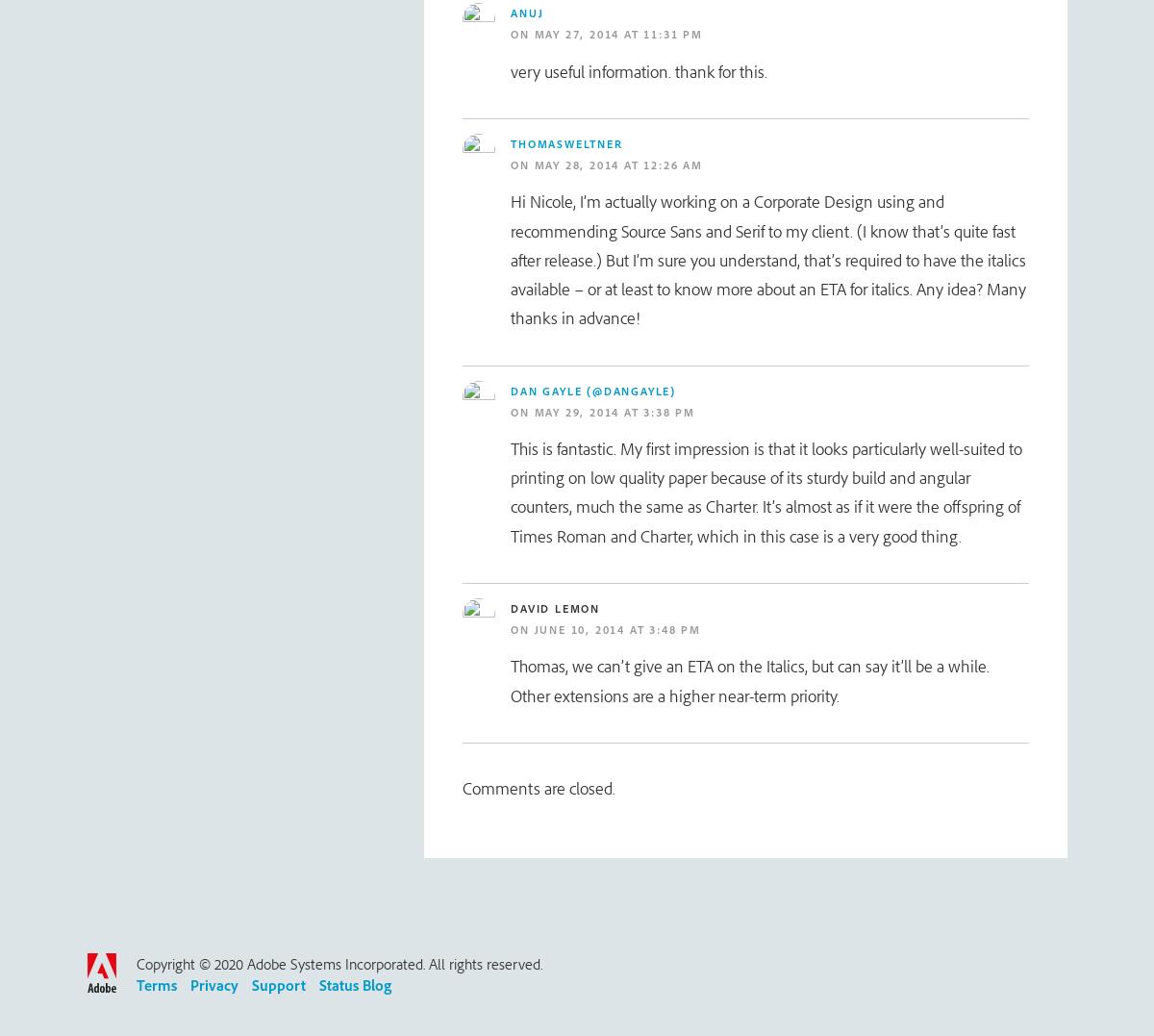  Describe the element at coordinates (278, 983) in the screenshot. I see `'Support'` at that location.